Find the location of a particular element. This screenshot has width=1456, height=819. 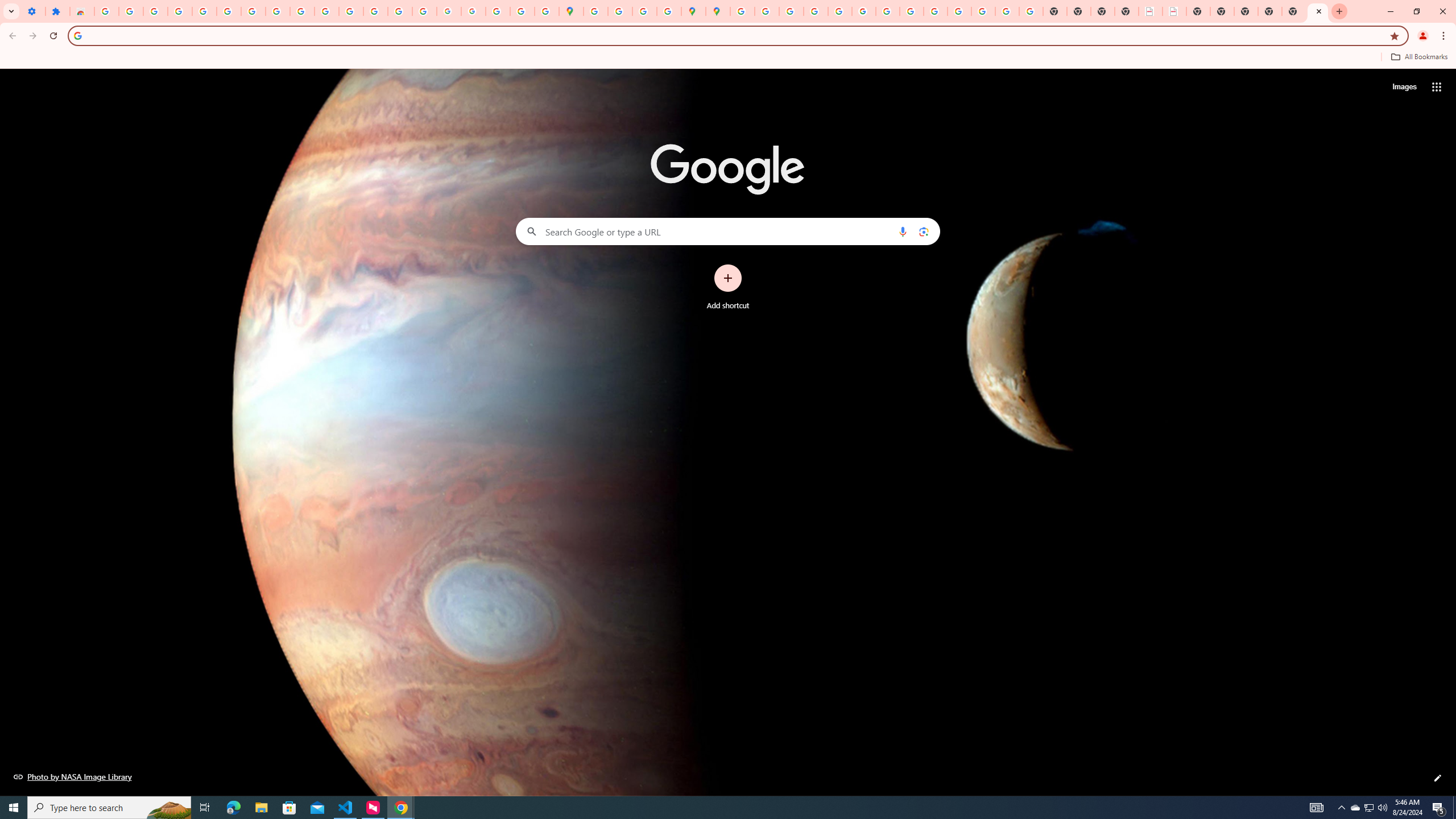

'Google Account' is located at coordinates (278, 11).